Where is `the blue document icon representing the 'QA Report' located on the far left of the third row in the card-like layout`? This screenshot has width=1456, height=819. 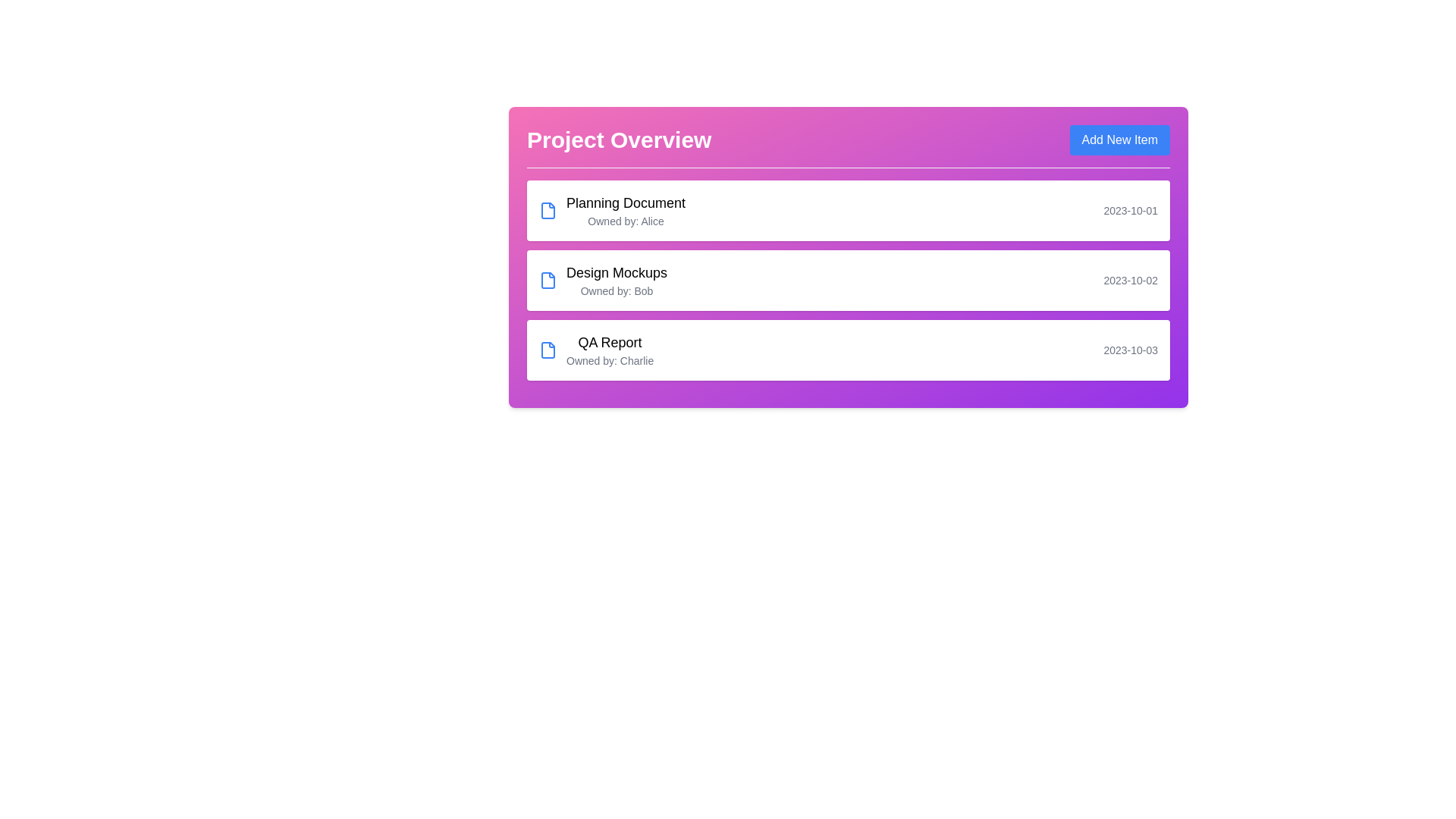
the blue document icon representing the 'QA Report' located on the far left of the third row in the card-like layout is located at coordinates (548, 350).